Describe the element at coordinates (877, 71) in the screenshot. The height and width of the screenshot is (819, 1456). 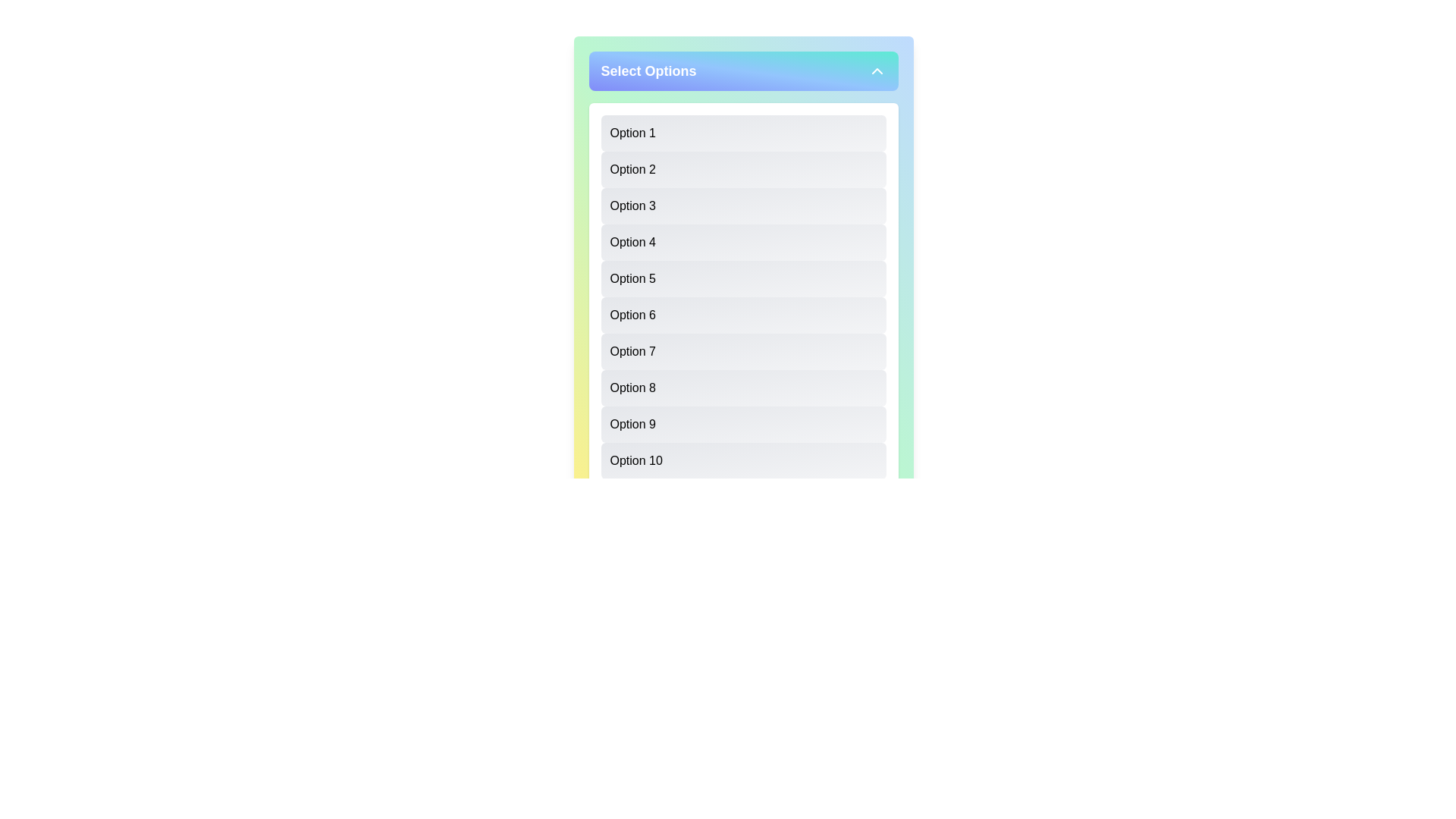
I see `the center of the upward-facing chevron arrow icon located in the 'Select Options' header area` at that location.